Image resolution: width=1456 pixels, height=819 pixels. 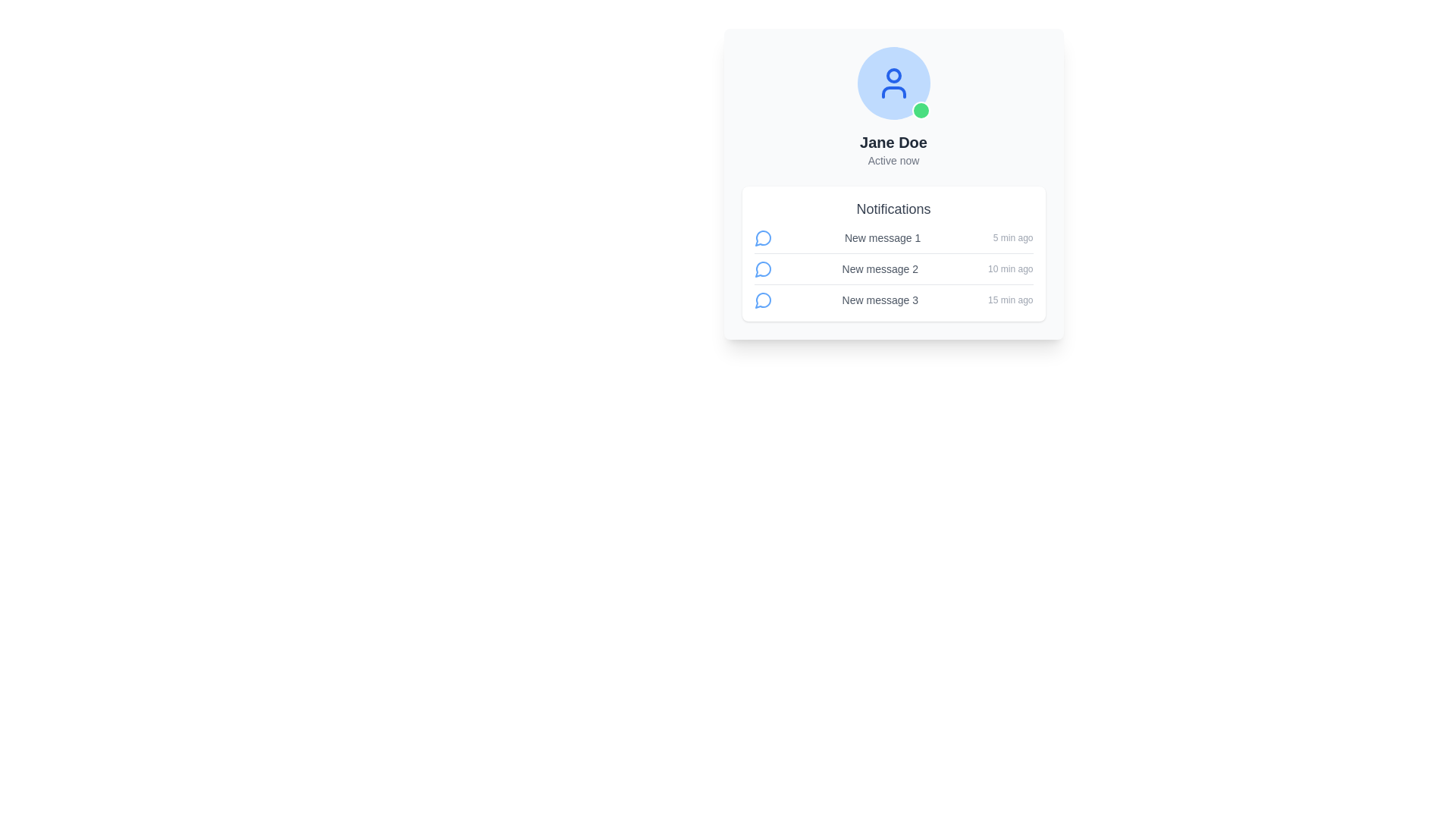 What do you see at coordinates (893, 83) in the screenshot?
I see `the user profile icon representing 'Jane Doe', located in the center area of the interface, directly above the status text 'Active now'` at bounding box center [893, 83].